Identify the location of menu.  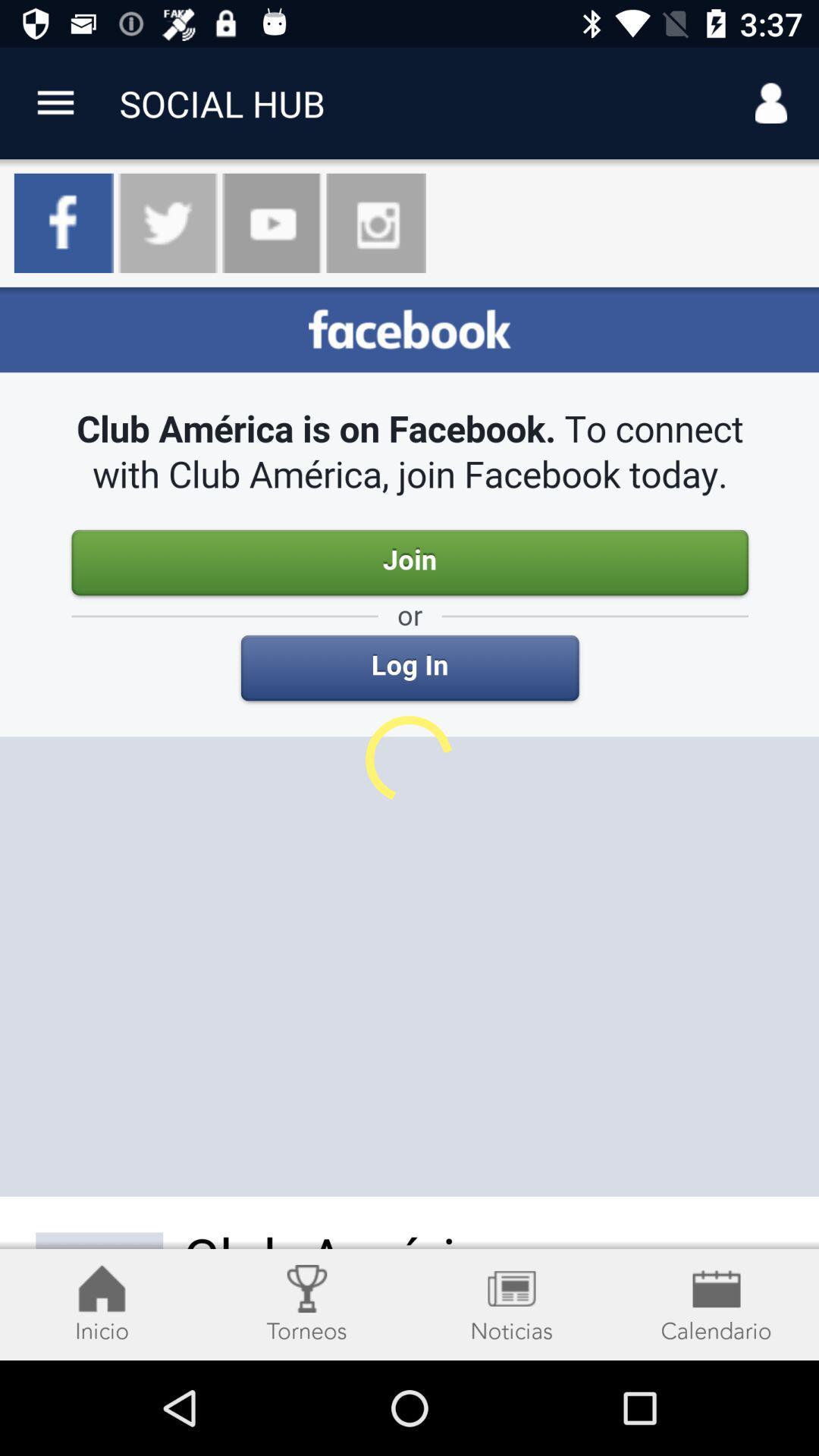
(55, 102).